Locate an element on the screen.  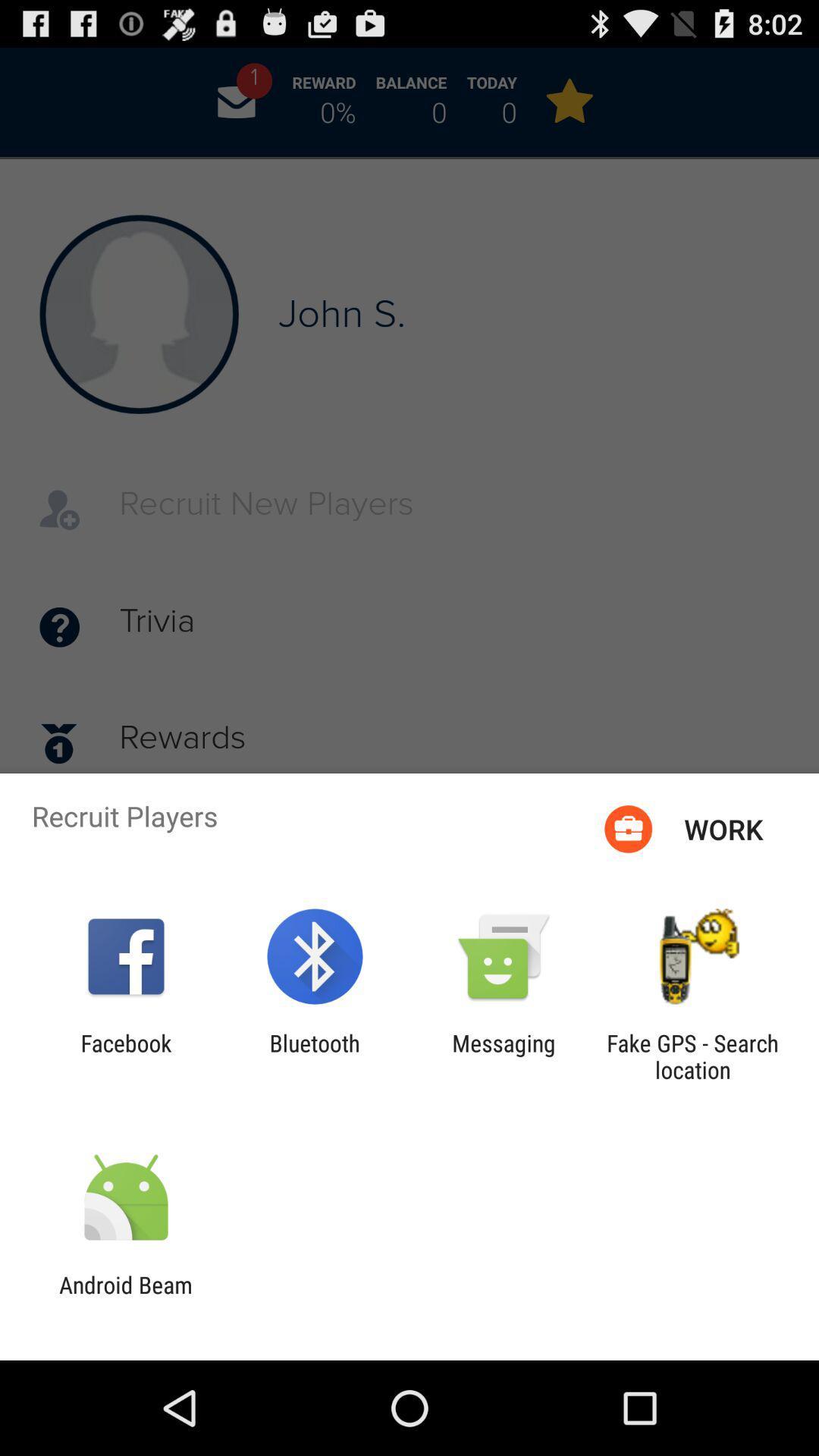
the item to the left of the fake gps search icon is located at coordinates (504, 1056).